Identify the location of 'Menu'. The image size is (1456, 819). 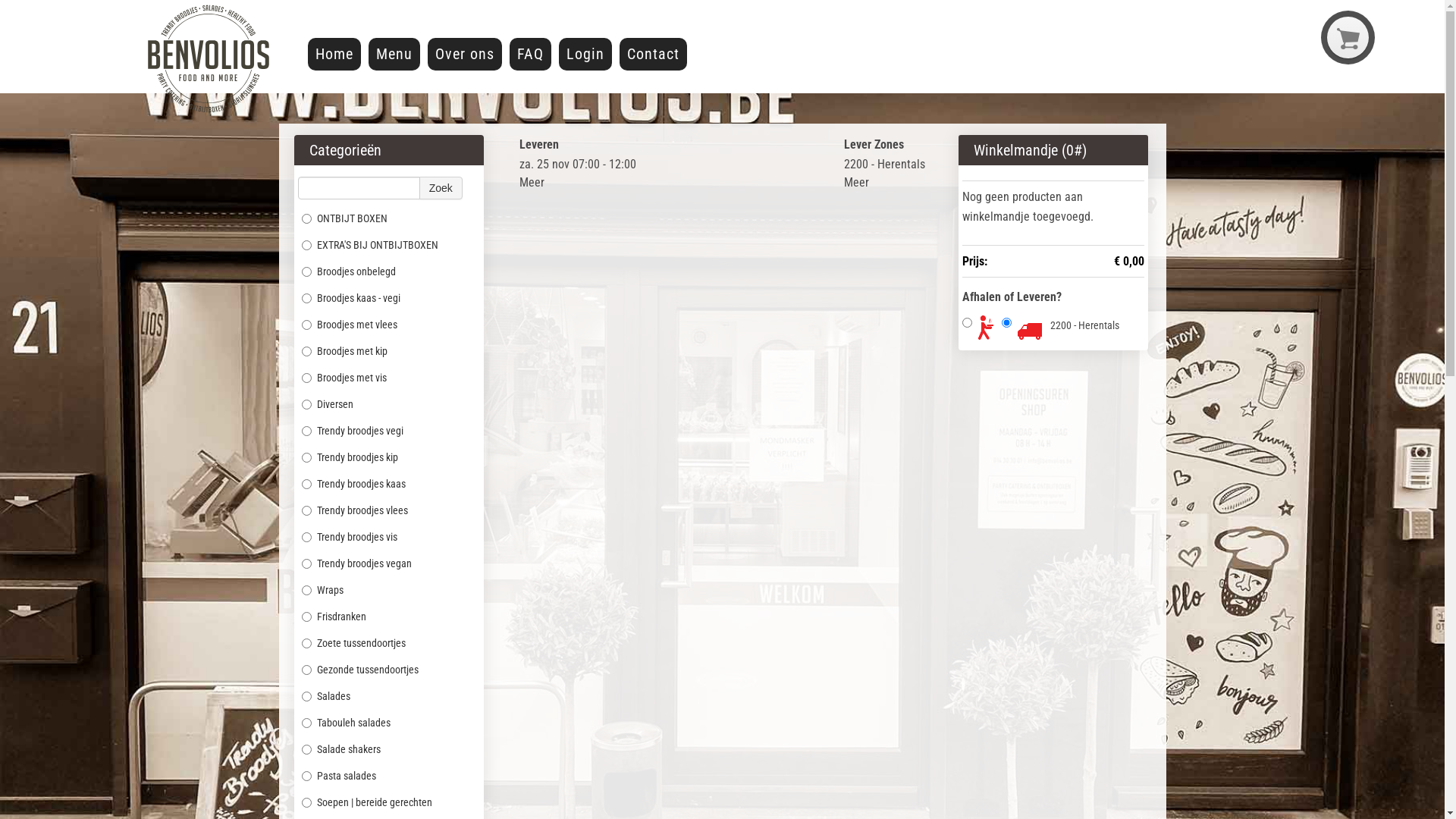
(394, 53).